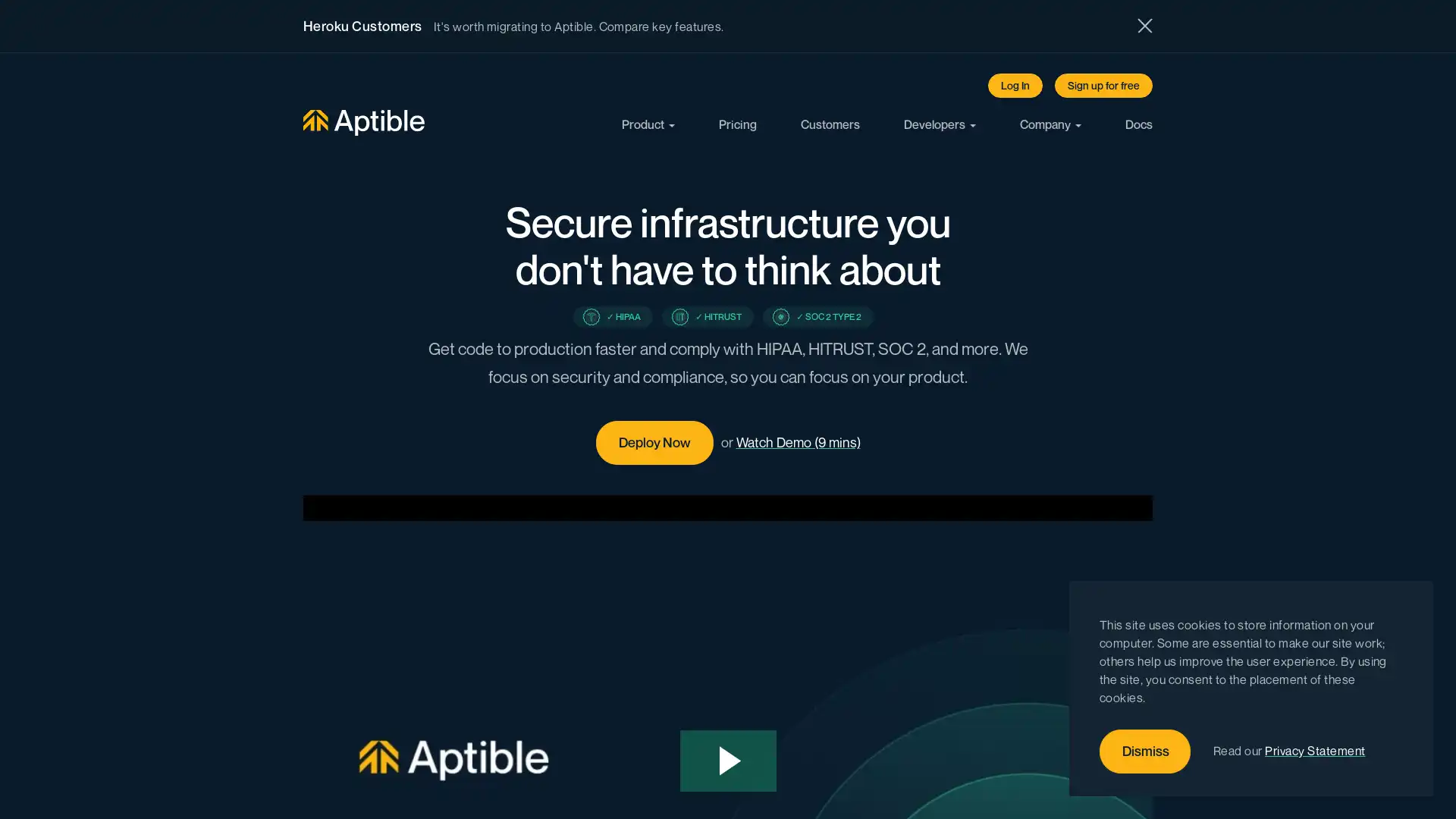  I want to click on Play, so click(728, 761).